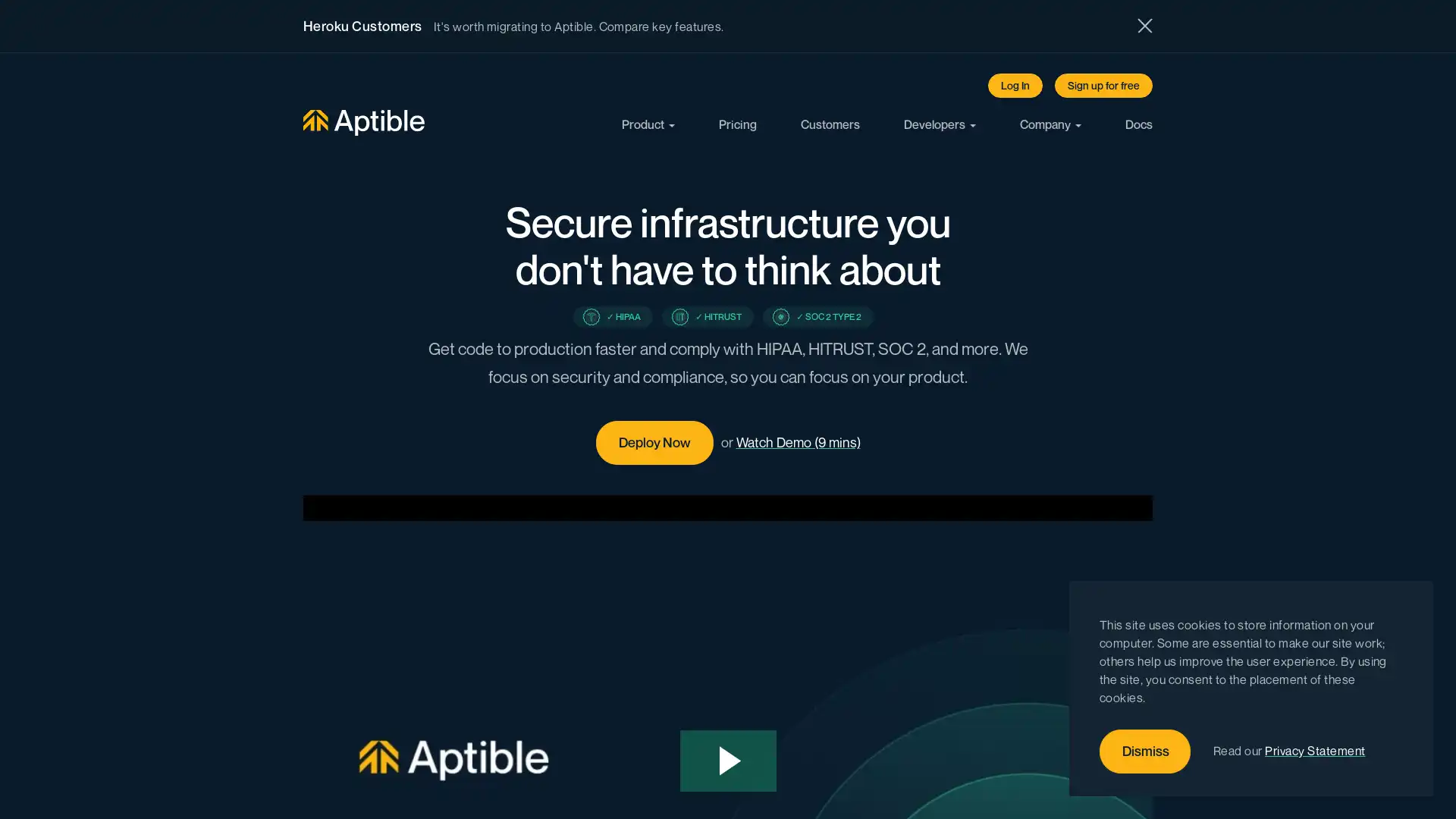  I want to click on Play, so click(728, 761).